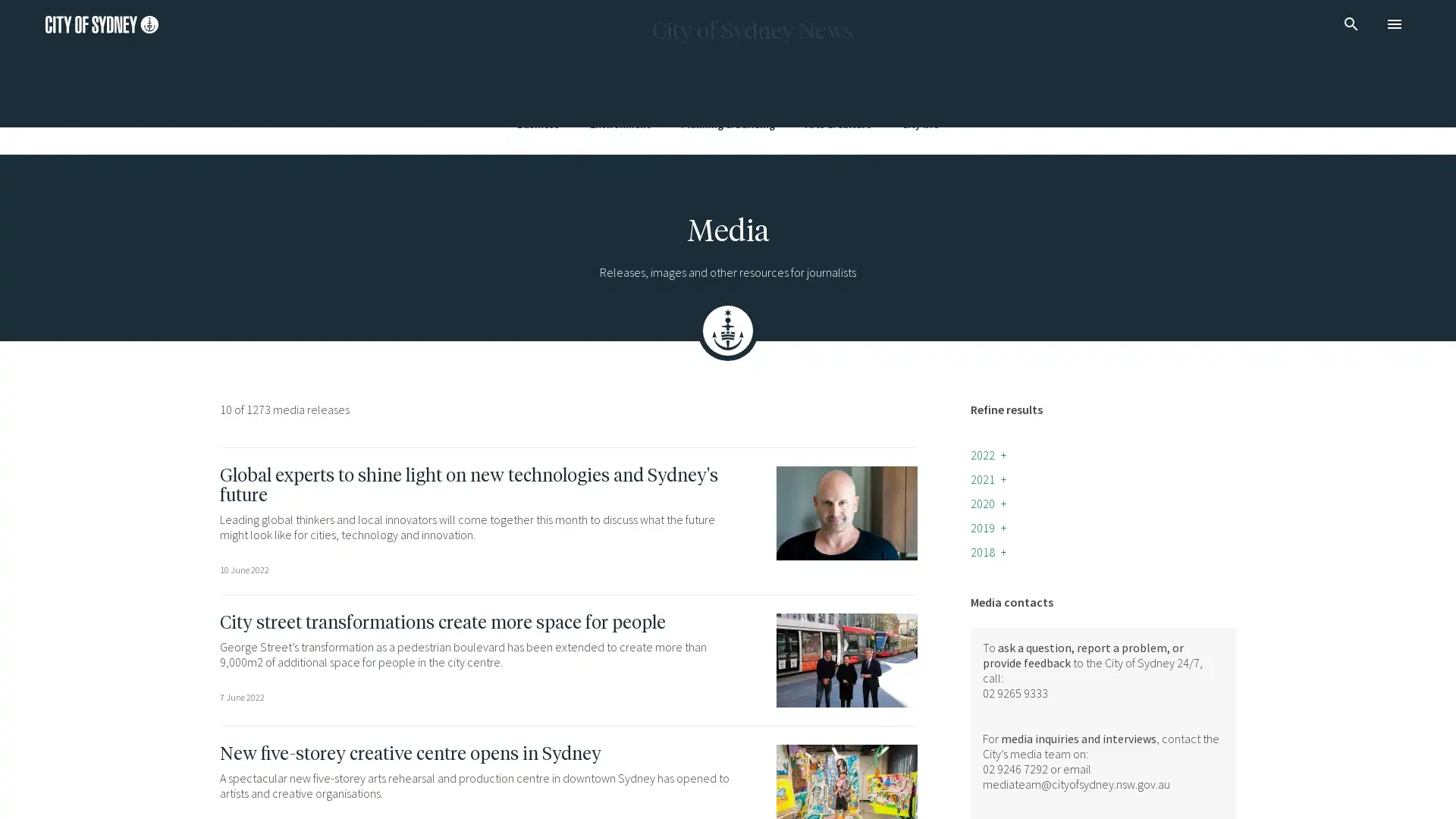 Image resolution: width=1456 pixels, height=819 pixels. What do you see at coordinates (988, 479) in the screenshot?
I see `2021+` at bounding box center [988, 479].